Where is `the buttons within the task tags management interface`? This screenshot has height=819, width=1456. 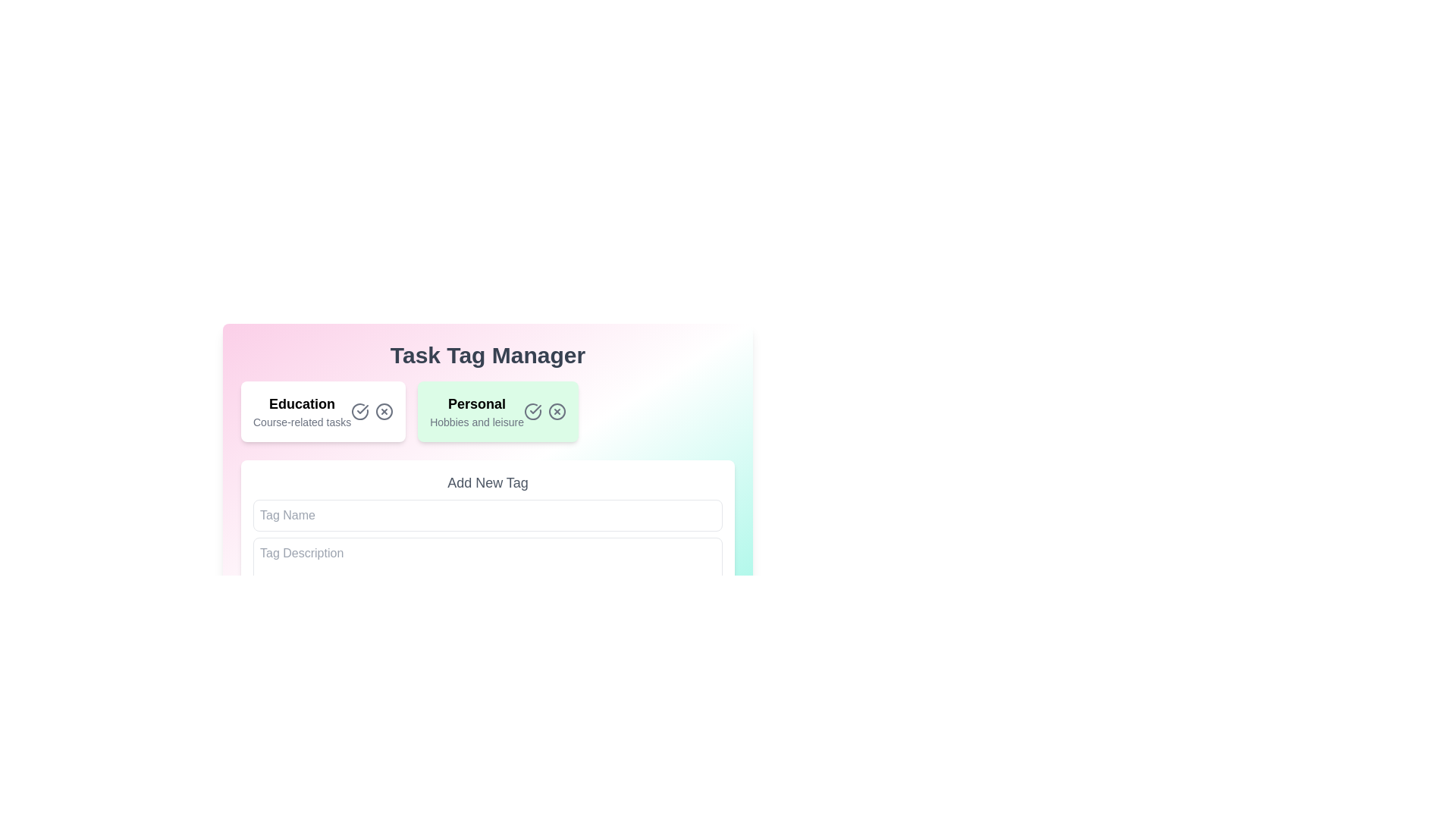 the buttons within the task tags management interface is located at coordinates (488, 491).